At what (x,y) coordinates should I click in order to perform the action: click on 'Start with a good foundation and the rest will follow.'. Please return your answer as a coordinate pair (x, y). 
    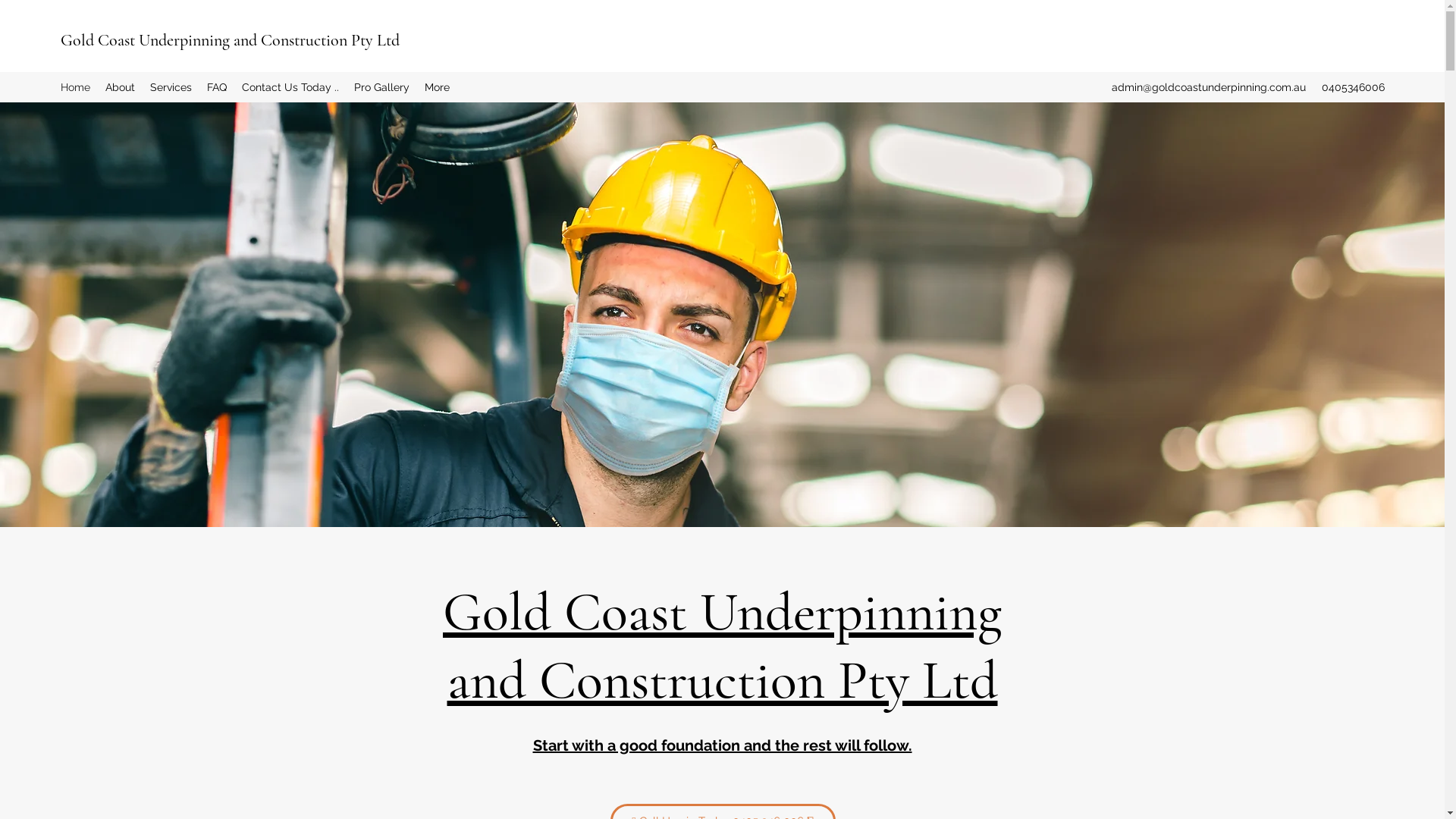
    Looking at the image, I should click on (720, 745).